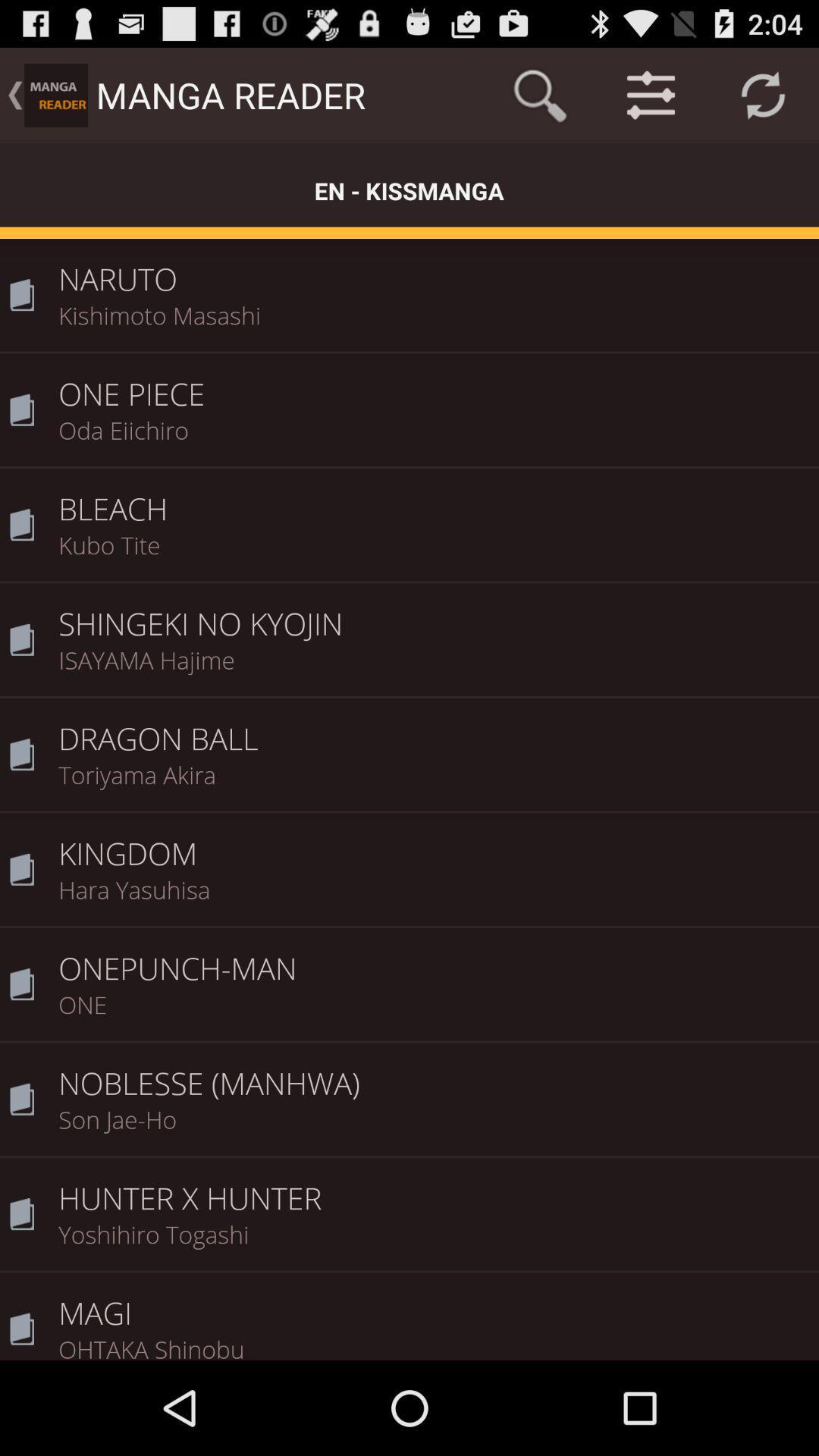 The width and height of the screenshot is (819, 1456). I want to click on icon above the naruto item, so click(763, 94).